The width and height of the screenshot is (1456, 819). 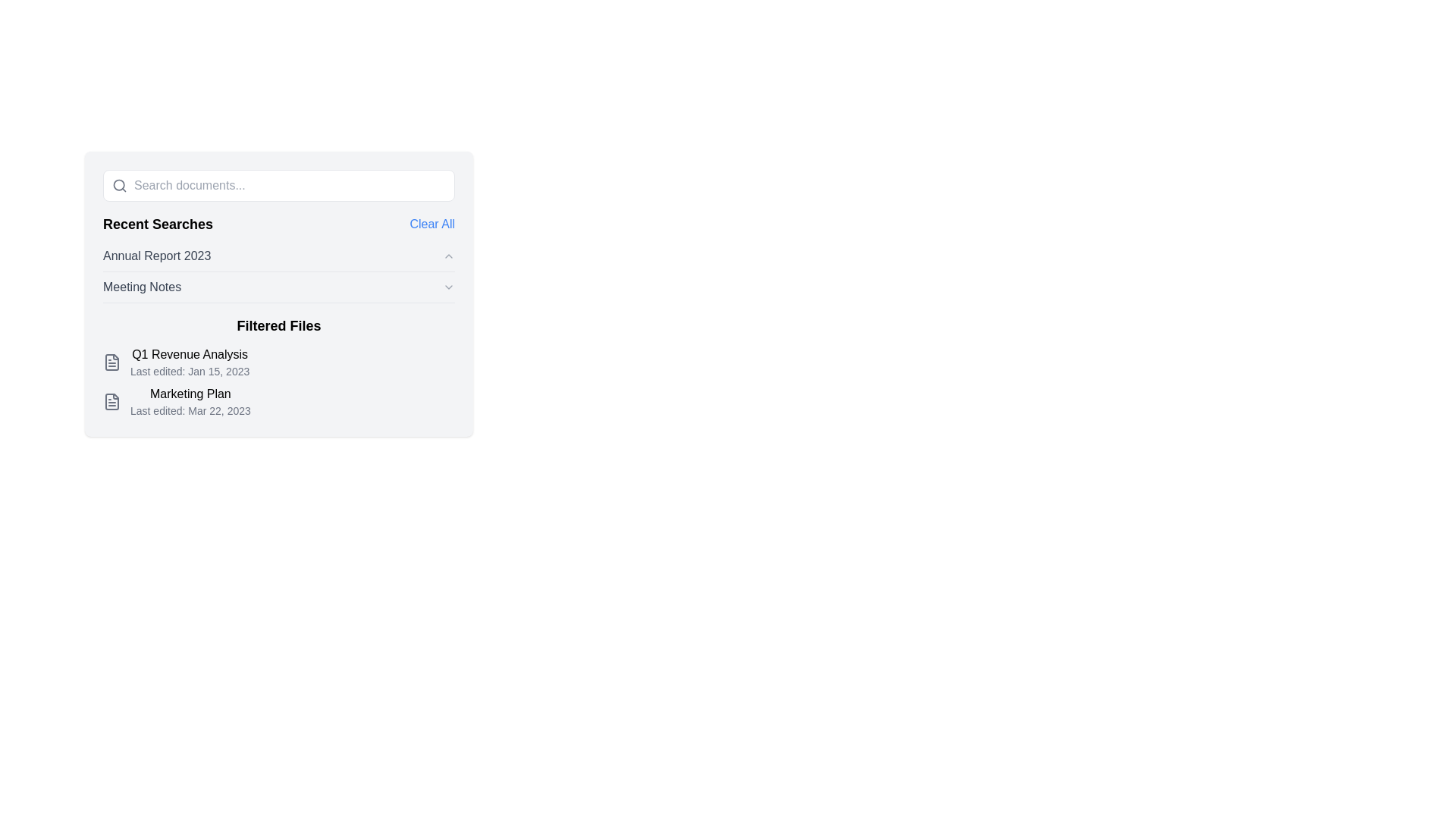 I want to click on the text block displaying 'Q1 Revenue Analysis' and 'Last edited: Jan 15, 2023', located at the top of the 'Filtered Files' list, so click(x=189, y=362).